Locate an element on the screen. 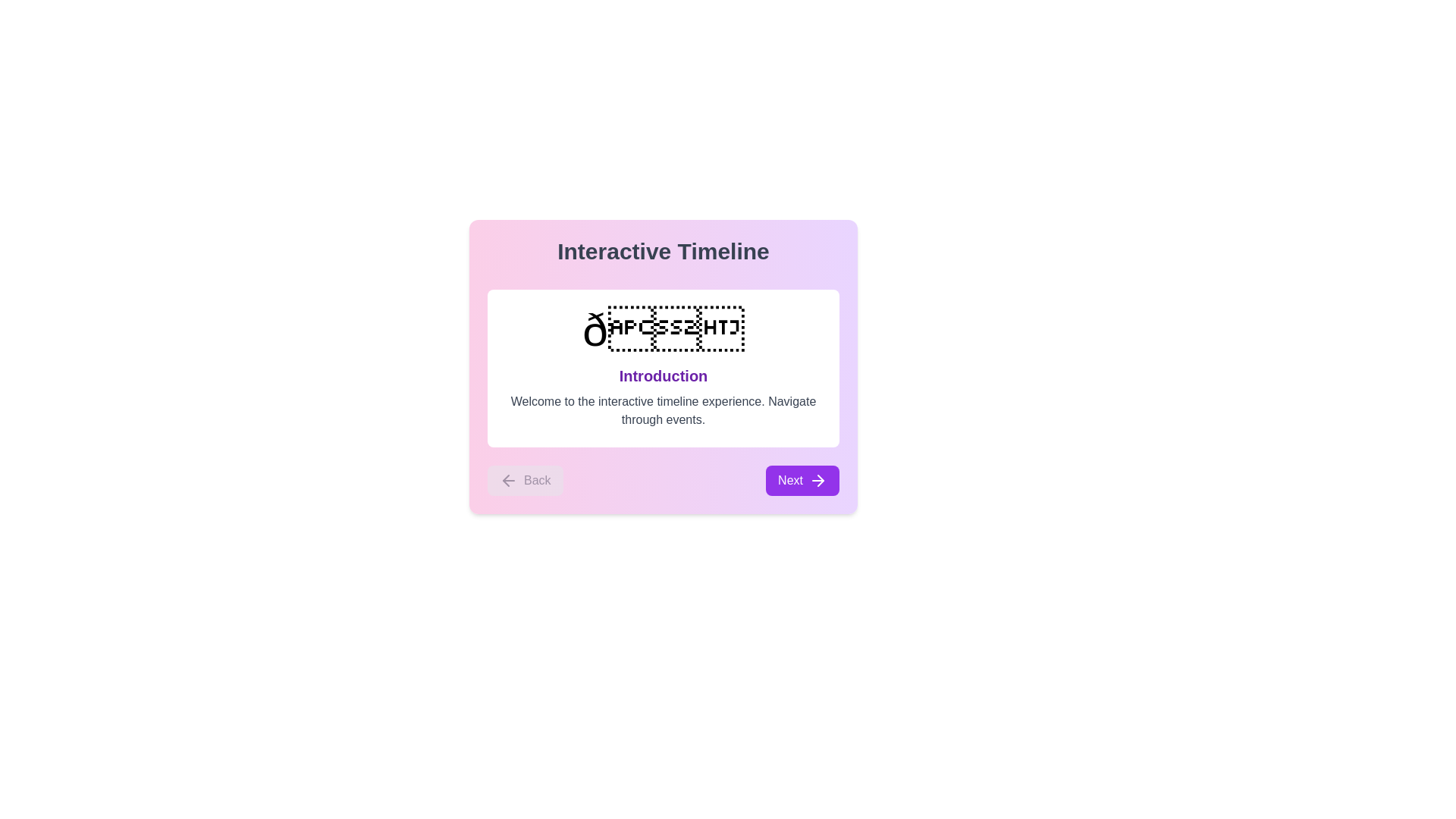 This screenshot has width=1456, height=819. the leftward-pointing gray arrow icon located within the 'Back' button in the lower-left corner of the card interface is located at coordinates (509, 480).